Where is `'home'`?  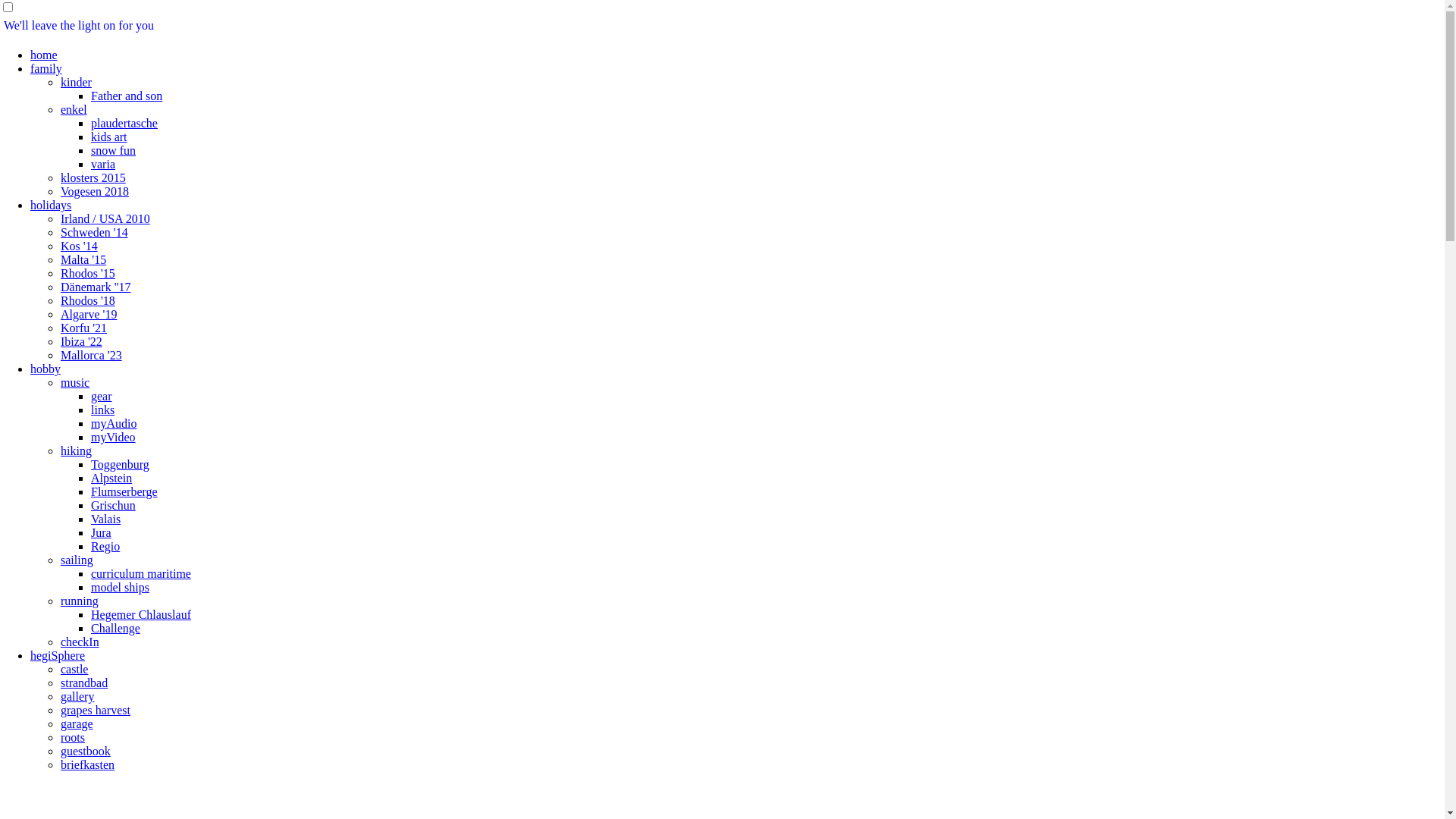 'home' is located at coordinates (43, 54).